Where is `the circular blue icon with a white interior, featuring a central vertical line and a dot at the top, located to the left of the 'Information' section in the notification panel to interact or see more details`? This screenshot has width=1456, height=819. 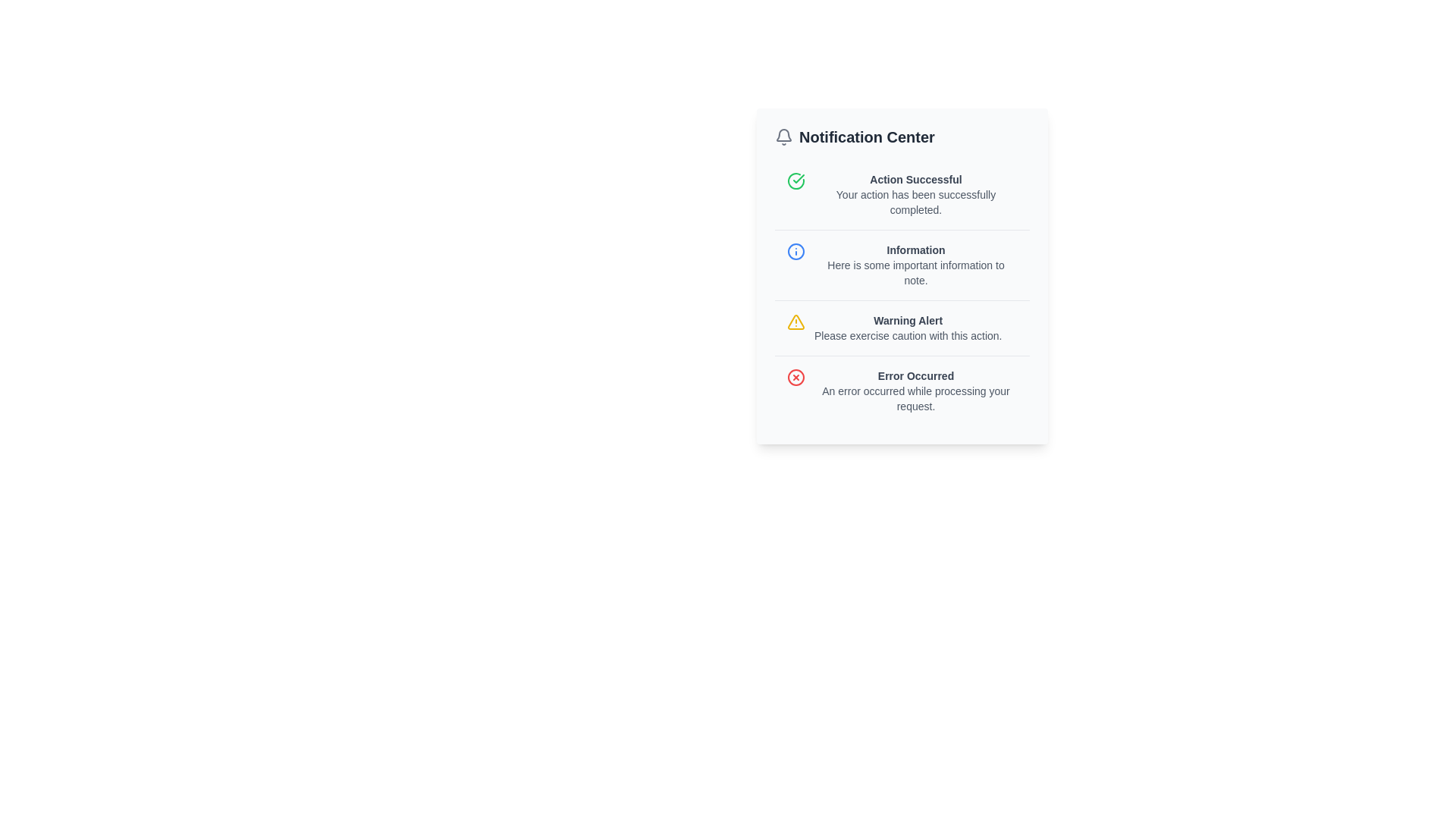 the circular blue icon with a white interior, featuring a central vertical line and a dot at the top, located to the left of the 'Information' section in the notification panel to interact or see more details is located at coordinates (795, 250).